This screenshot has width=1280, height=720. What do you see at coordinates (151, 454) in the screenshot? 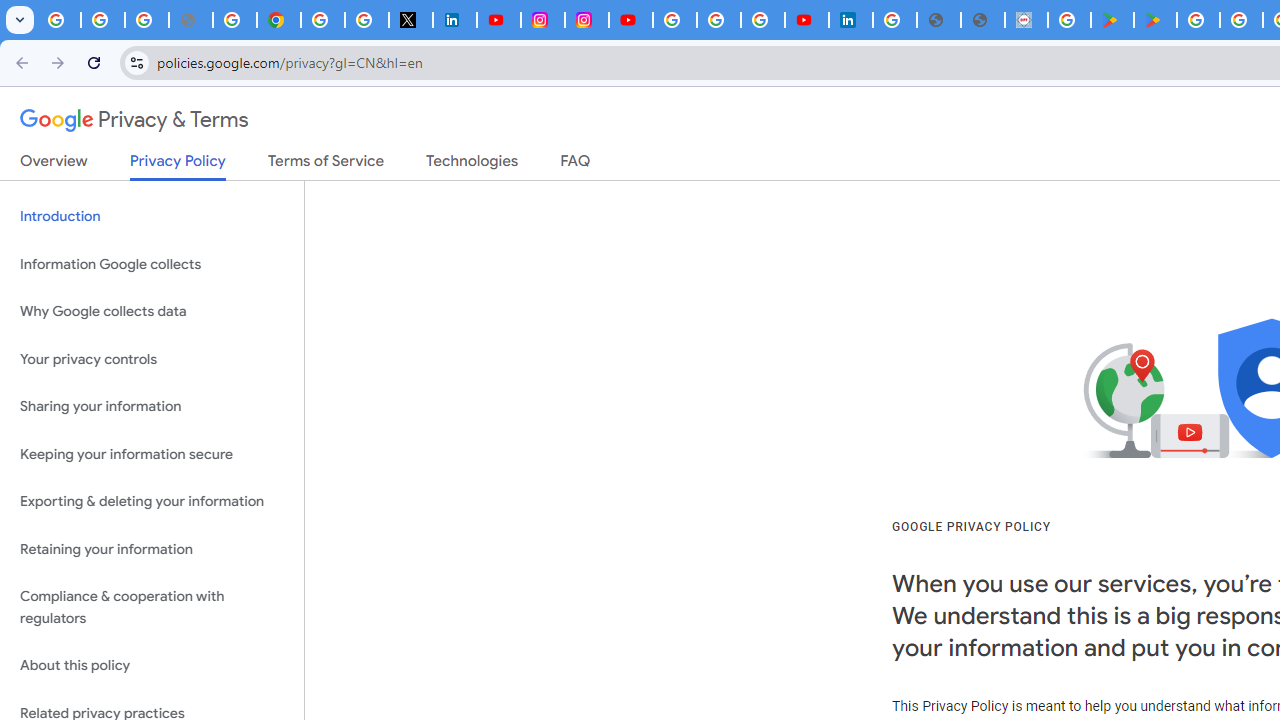
I see `'Keeping your information secure'` at bounding box center [151, 454].